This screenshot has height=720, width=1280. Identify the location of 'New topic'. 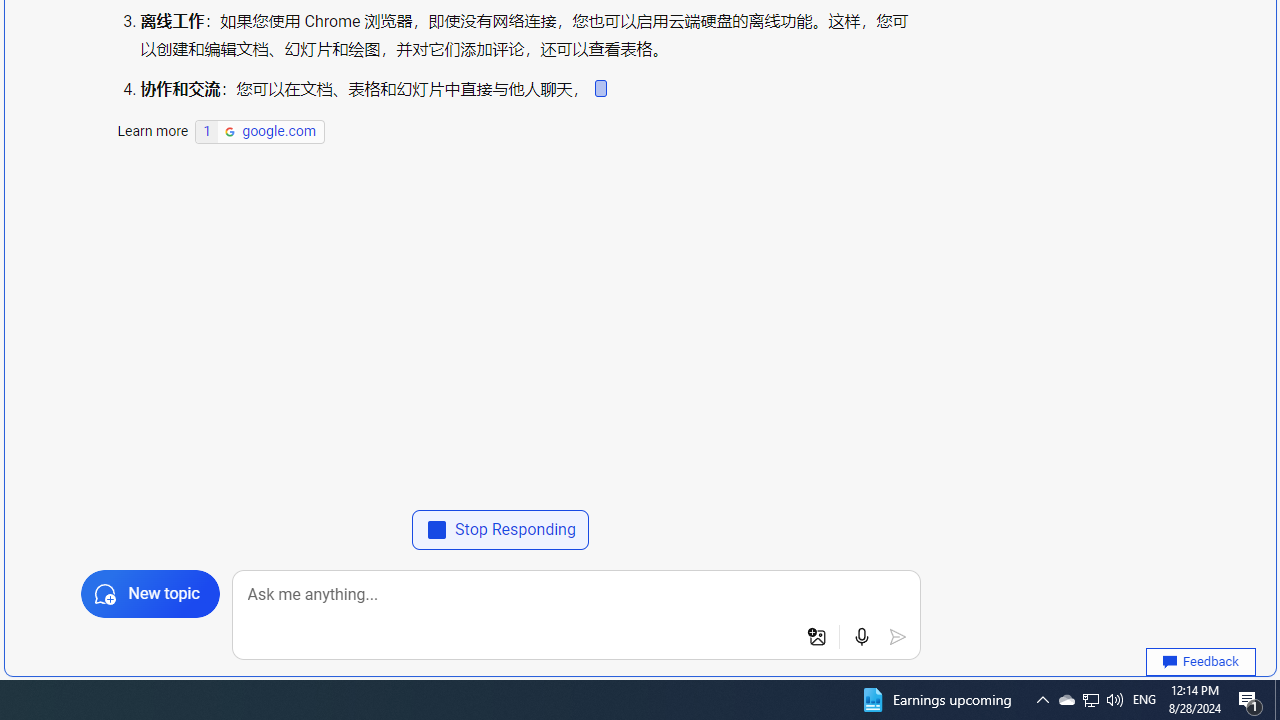
(148, 593).